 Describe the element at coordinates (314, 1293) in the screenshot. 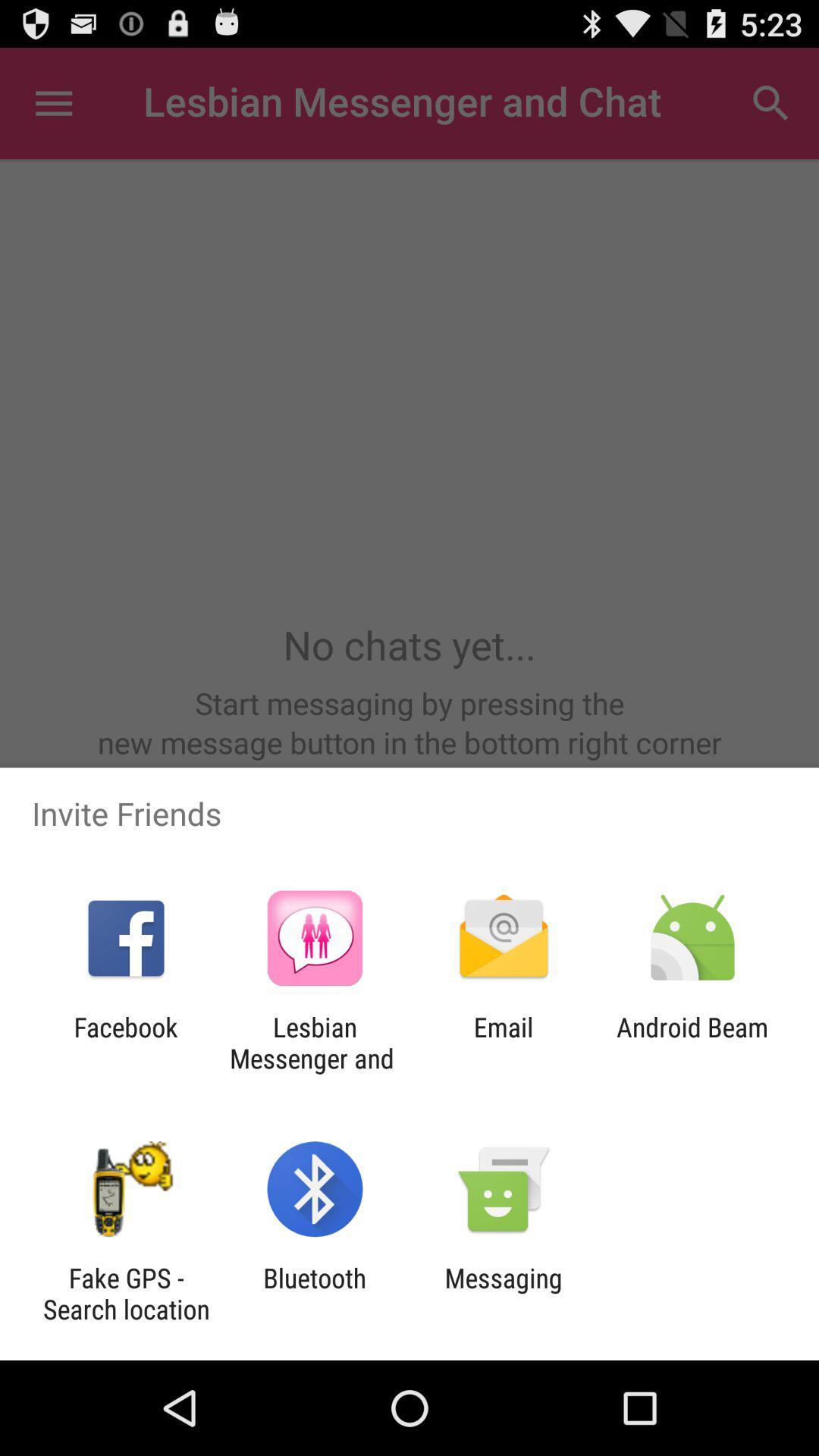

I see `app to the left of the messaging icon` at that location.